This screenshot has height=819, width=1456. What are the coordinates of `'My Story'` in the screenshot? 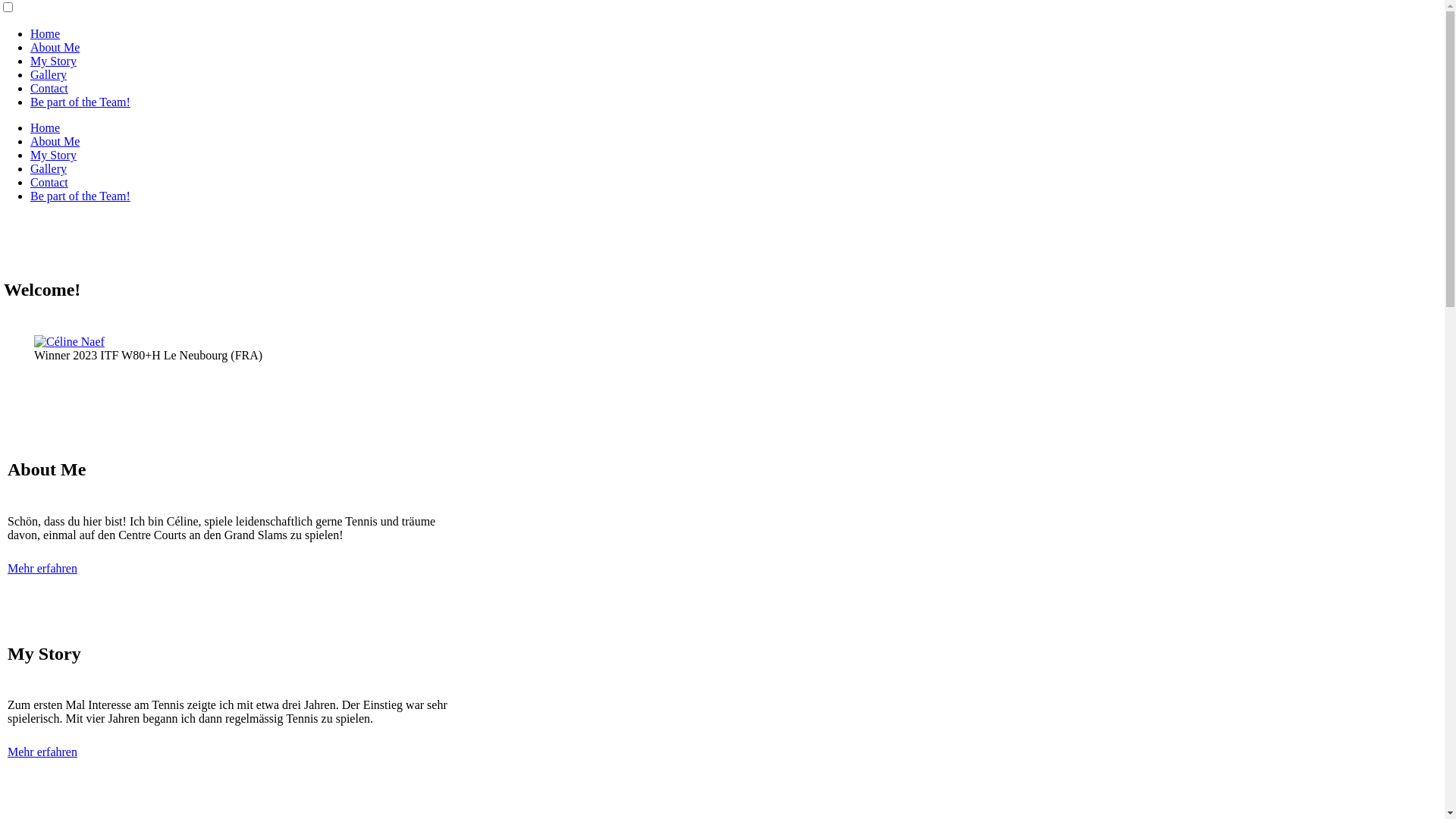 It's located at (30, 60).